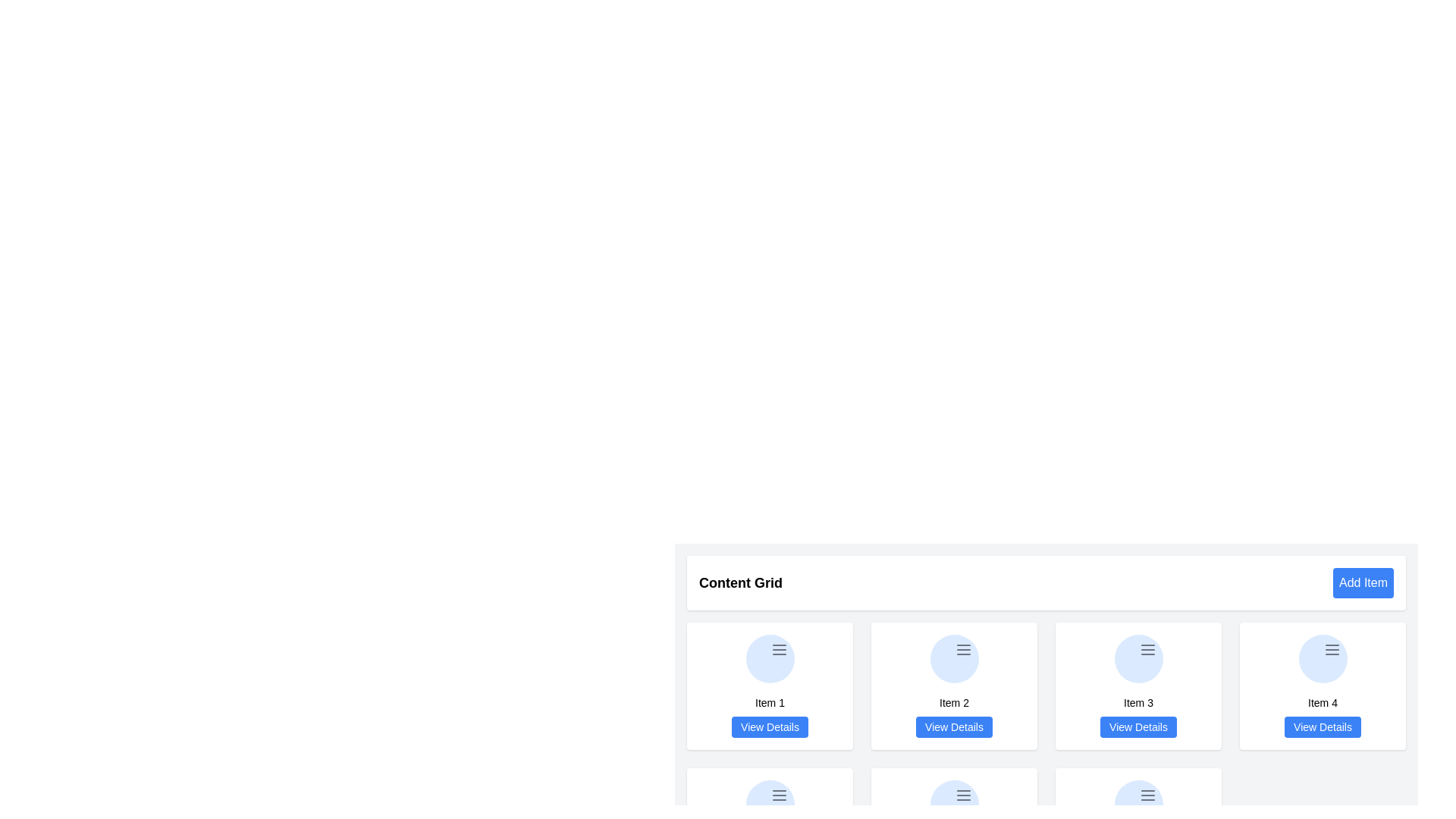 This screenshot has height=819, width=1456. Describe the element at coordinates (1138, 702) in the screenshot. I see `the text label that contains 'Item 3', which is located at the bottom center of the third card in a four-card horizontal row` at that location.